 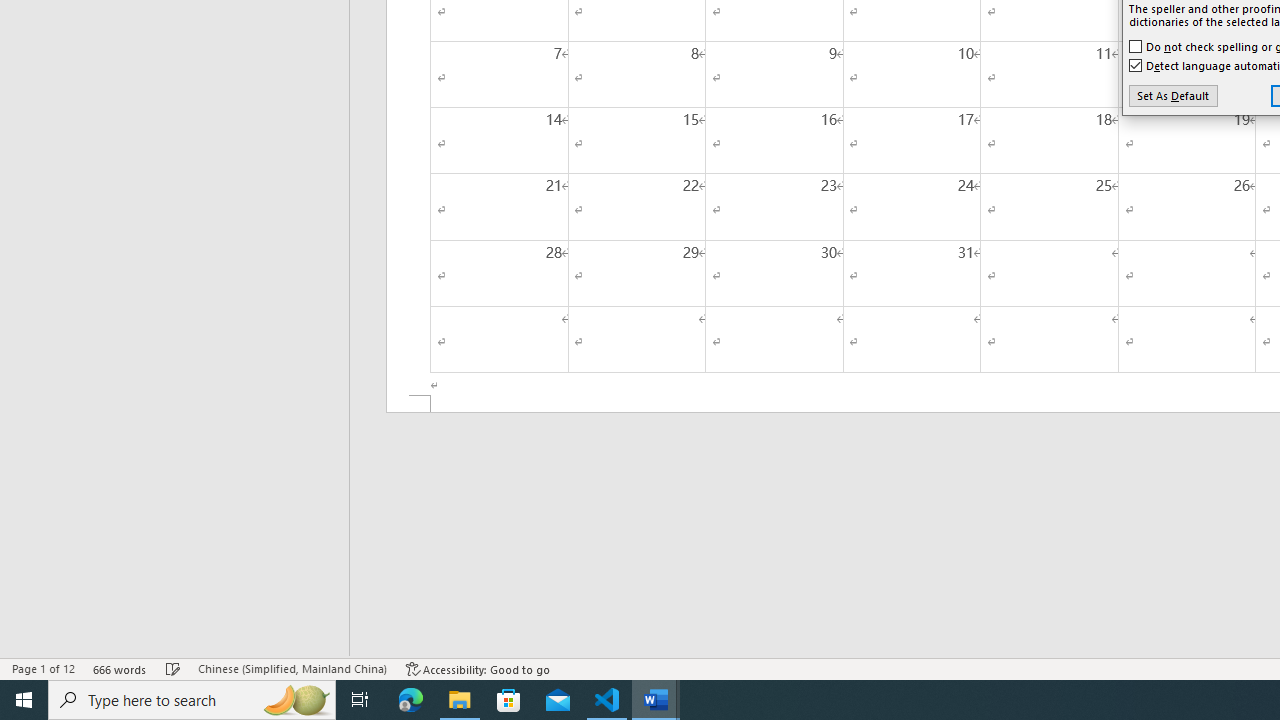 What do you see at coordinates (192, 698) in the screenshot?
I see `'Type here to search'` at bounding box center [192, 698].